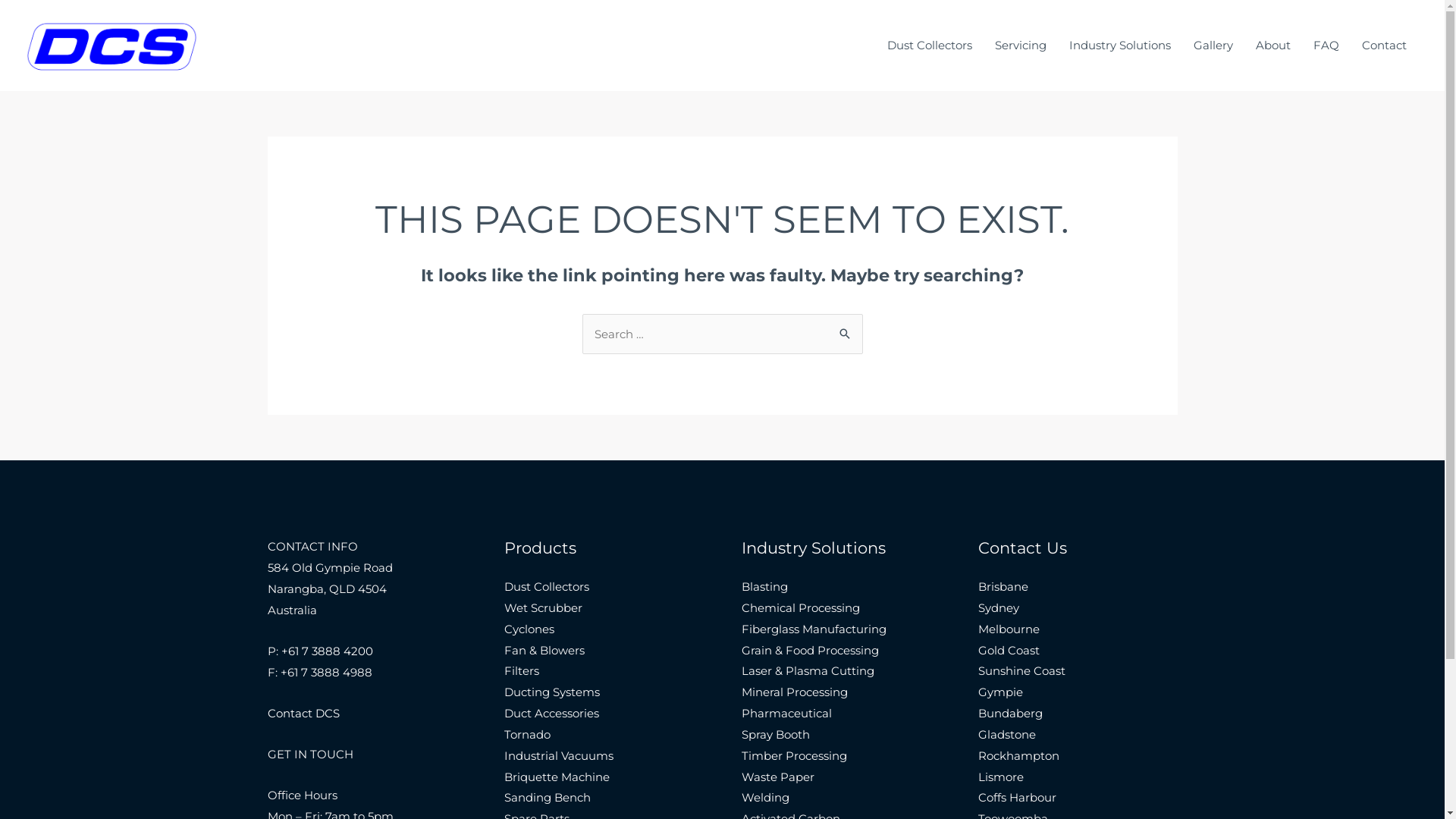  Describe the element at coordinates (800, 607) in the screenshot. I see `'Chemical Processing'` at that location.